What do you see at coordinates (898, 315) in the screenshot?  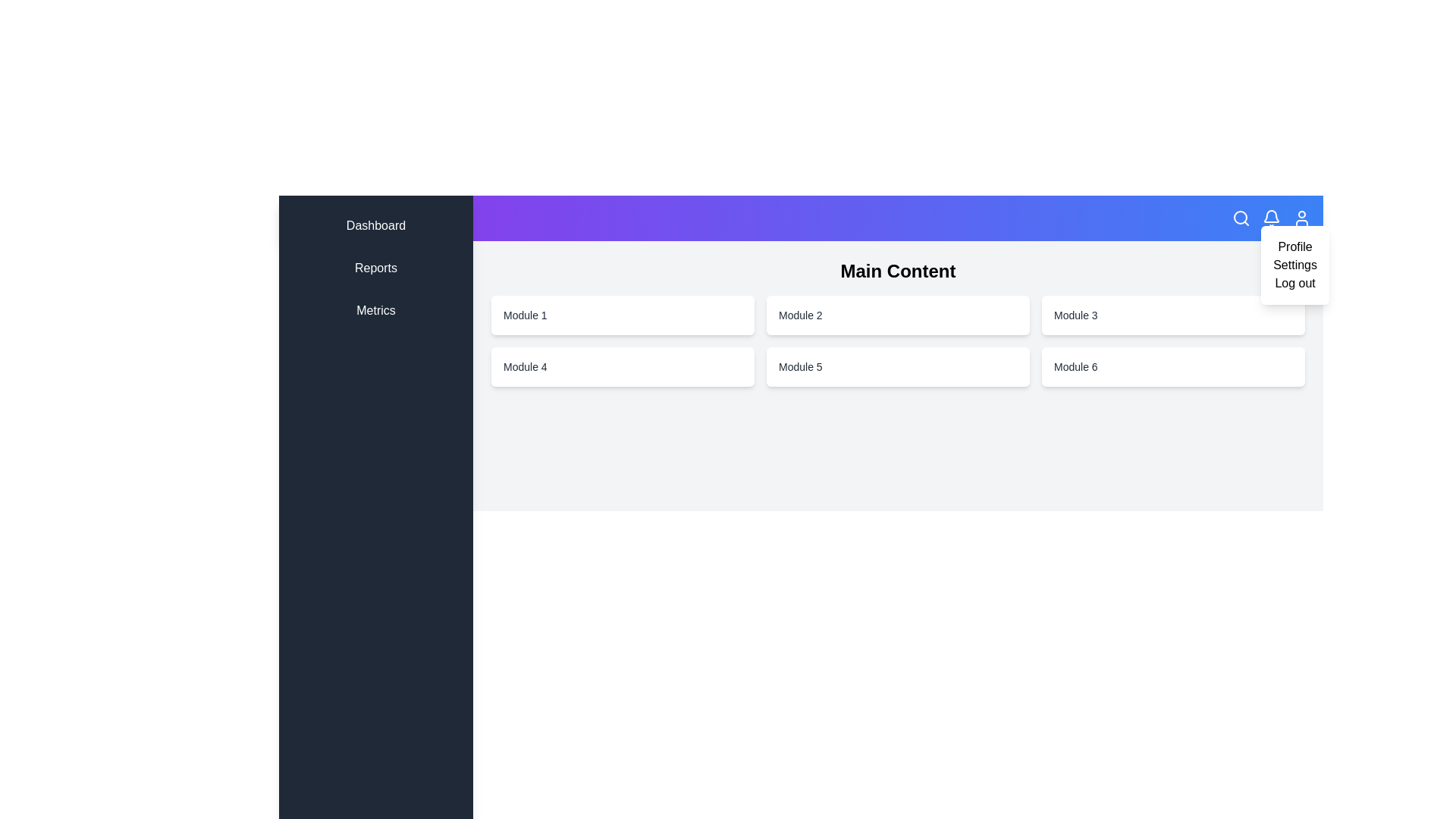 I see `the white rectangular button labeled 'Module 2'` at bounding box center [898, 315].